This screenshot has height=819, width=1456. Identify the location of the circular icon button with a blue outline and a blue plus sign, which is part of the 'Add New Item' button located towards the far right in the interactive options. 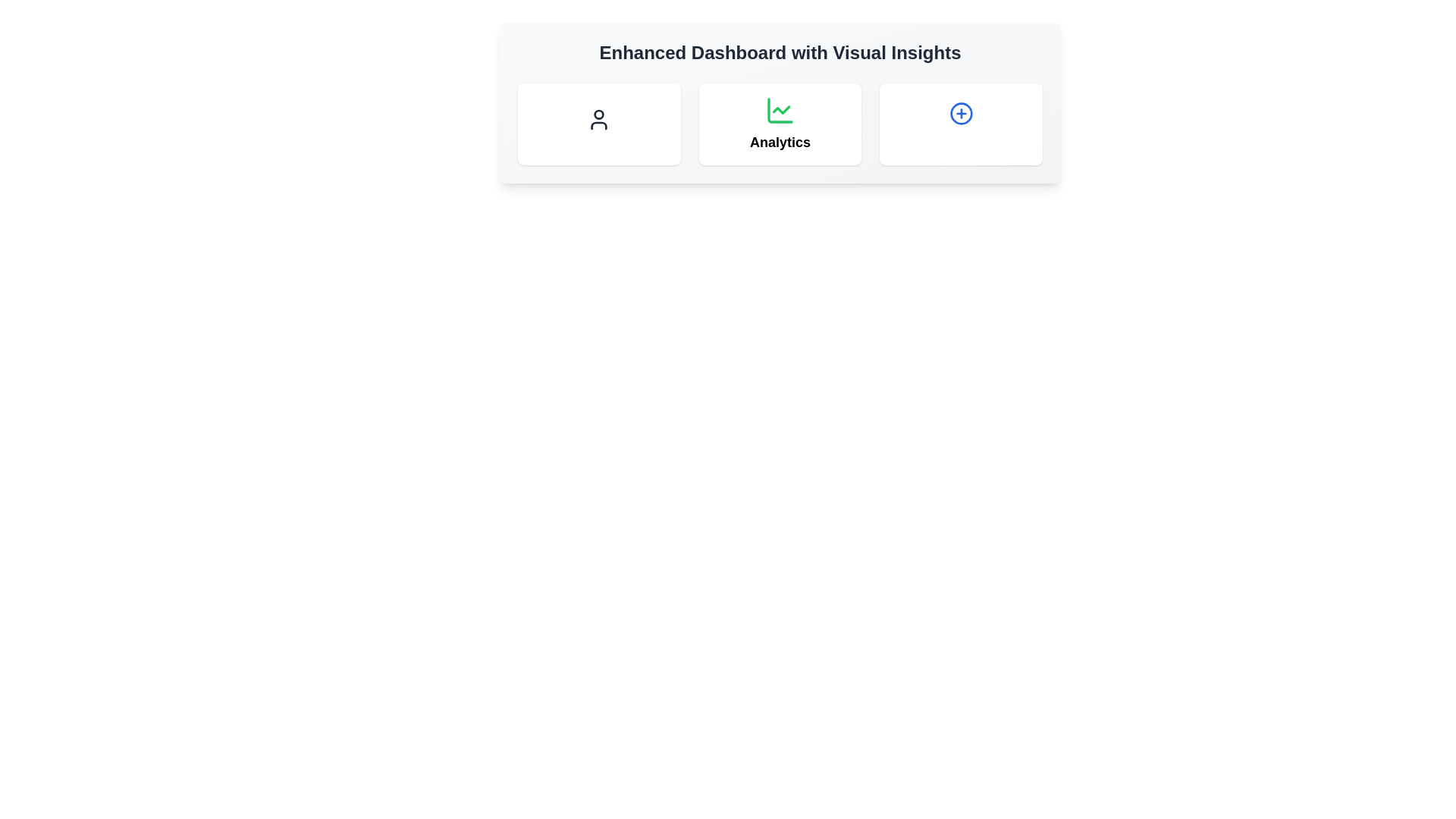
(960, 113).